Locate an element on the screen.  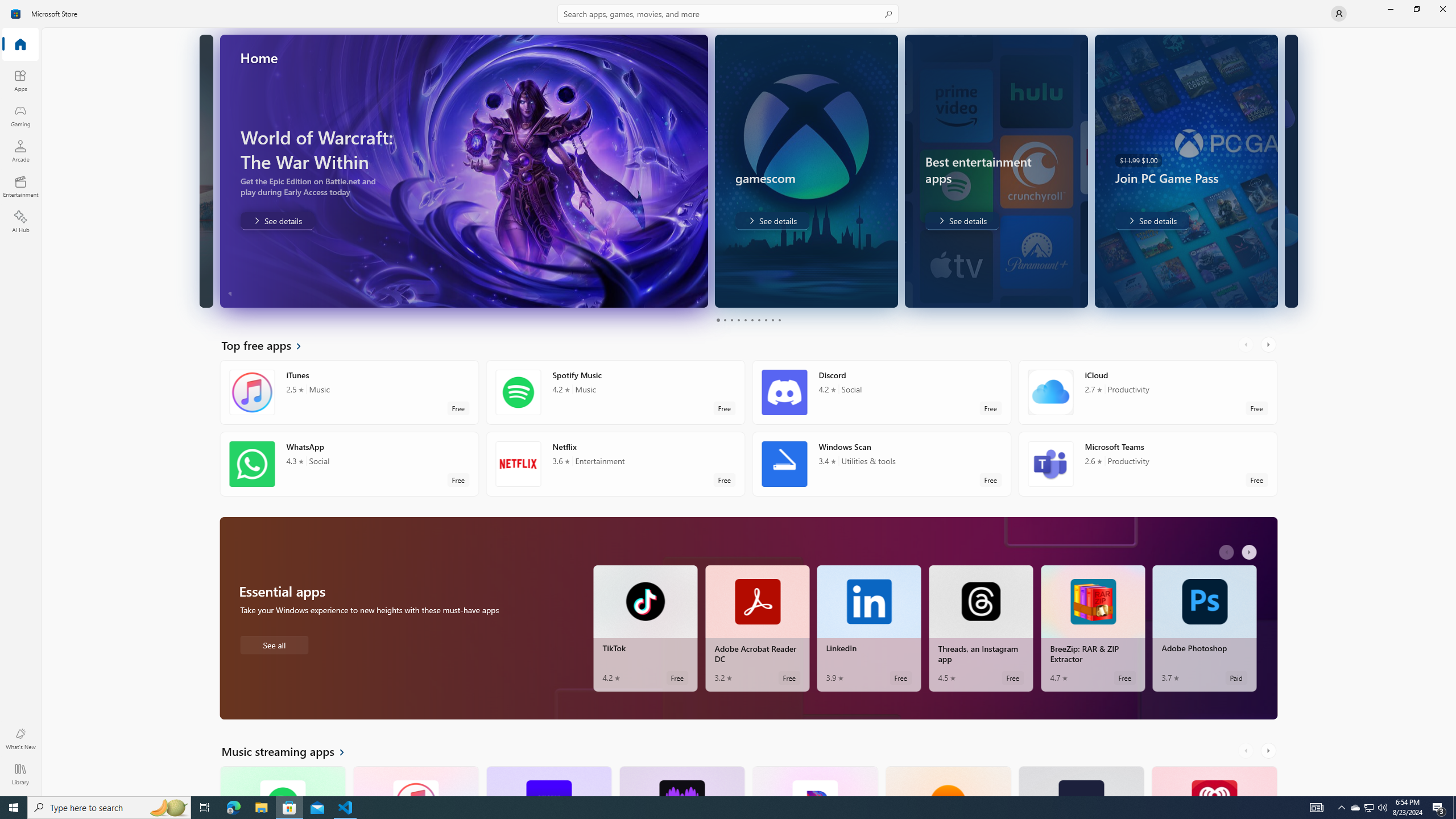
'AutomationID: Image' is located at coordinates (1284, 170).